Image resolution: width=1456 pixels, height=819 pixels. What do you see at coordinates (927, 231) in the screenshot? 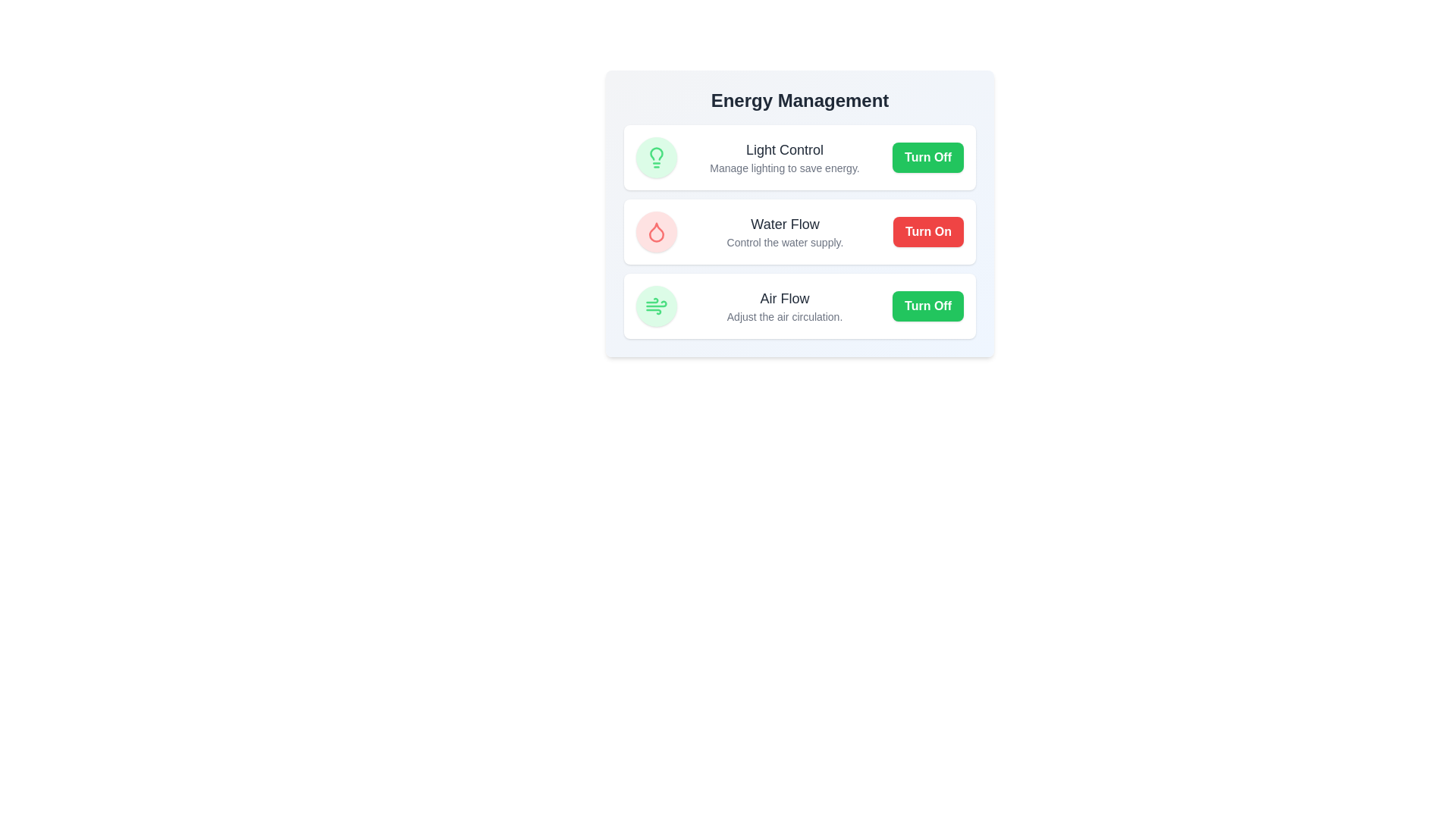
I see `the button located to the far right of the 'Water Flow' section in the 'Energy Management' card` at bounding box center [927, 231].